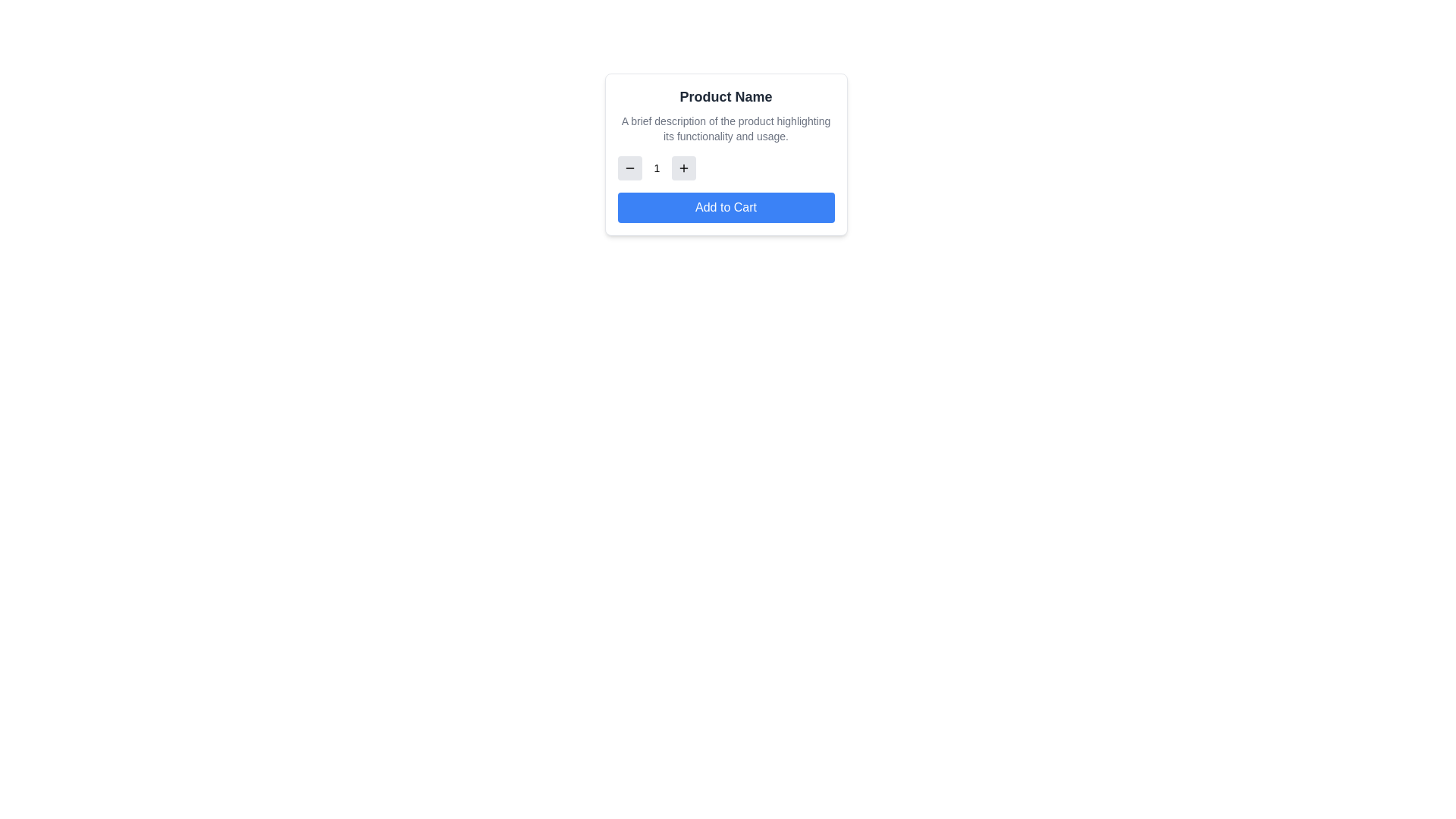  Describe the element at coordinates (683, 168) in the screenshot. I see `the third button with a plus symbol in a horizontal group below the product description` at that location.